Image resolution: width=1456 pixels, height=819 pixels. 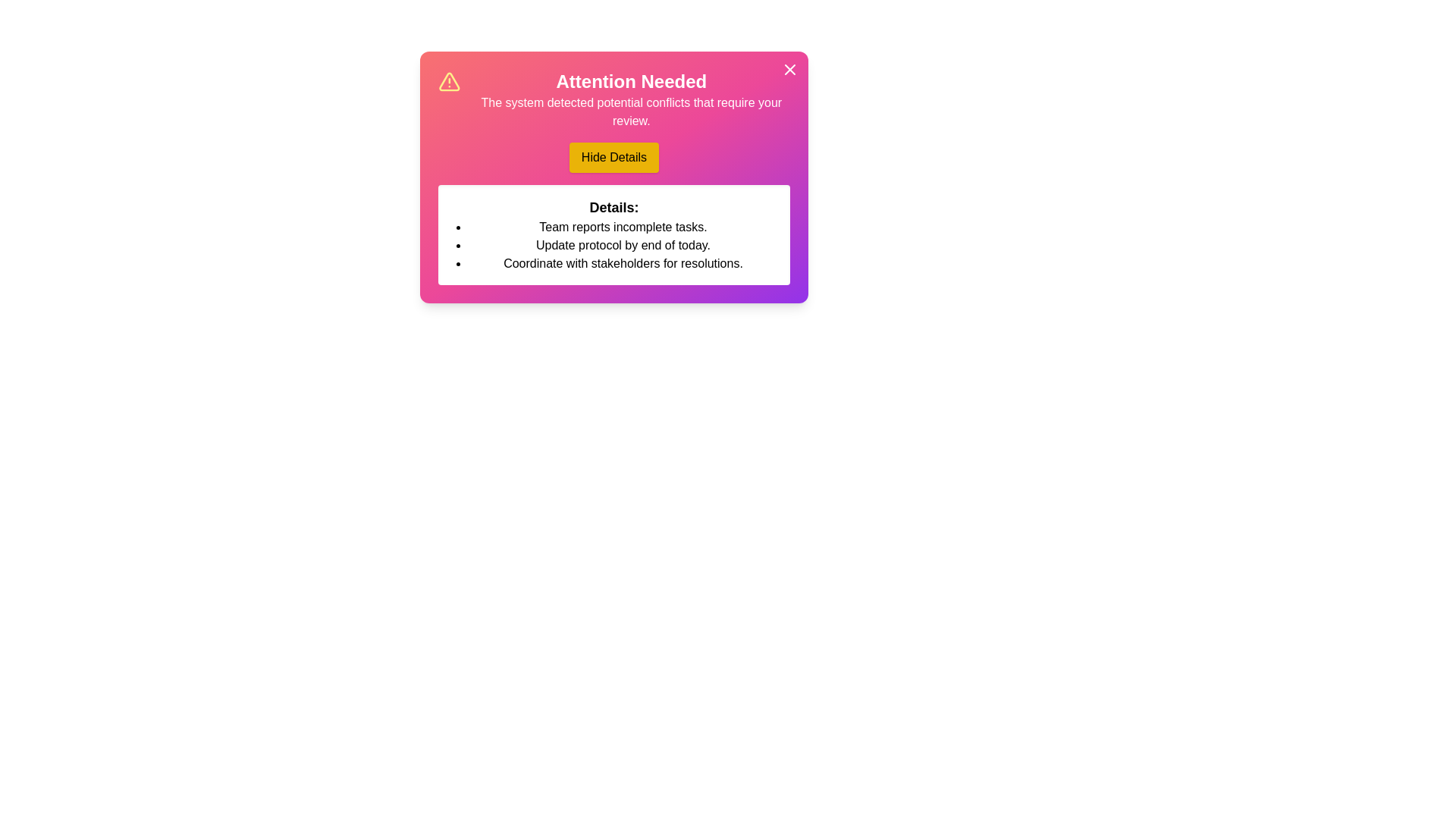 I want to click on the close button to close the alert, so click(x=789, y=70).